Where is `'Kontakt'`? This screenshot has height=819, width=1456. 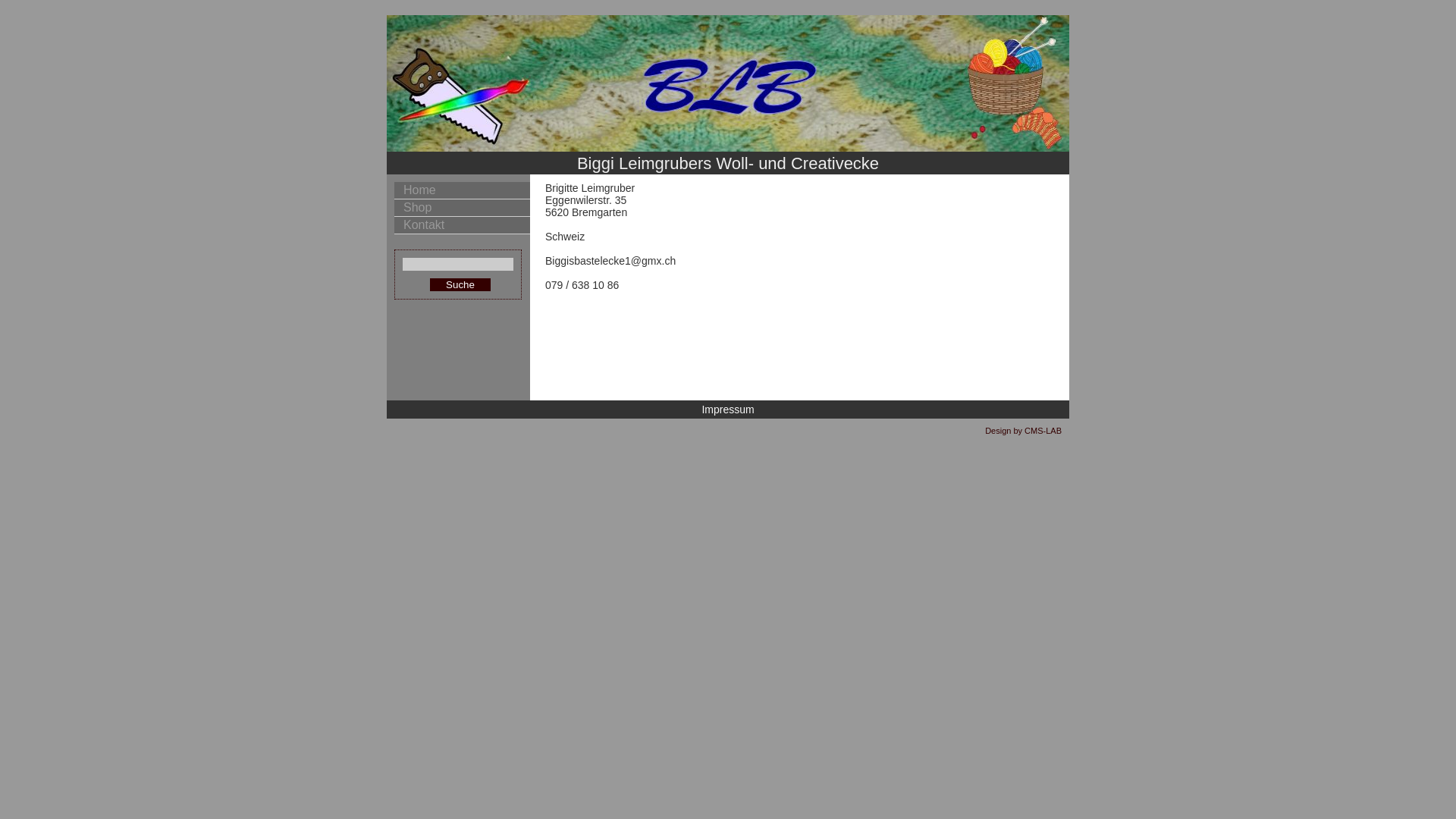 'Kontakt' is located at coordinates (461, 225).